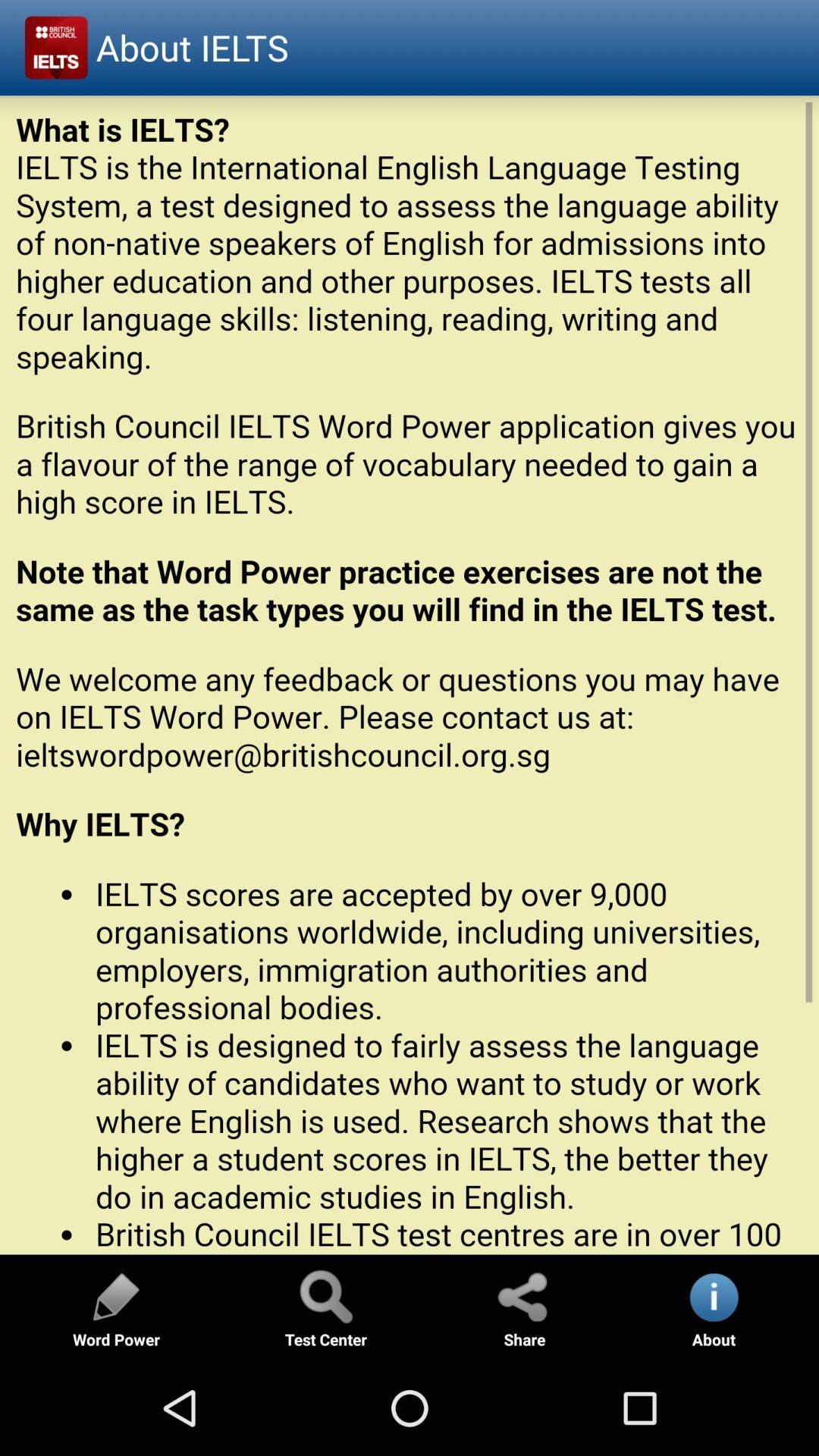 Image resolution: width=819 pixels, height=1456 pixels. I want to click on the search icon, so click(325, 1388).